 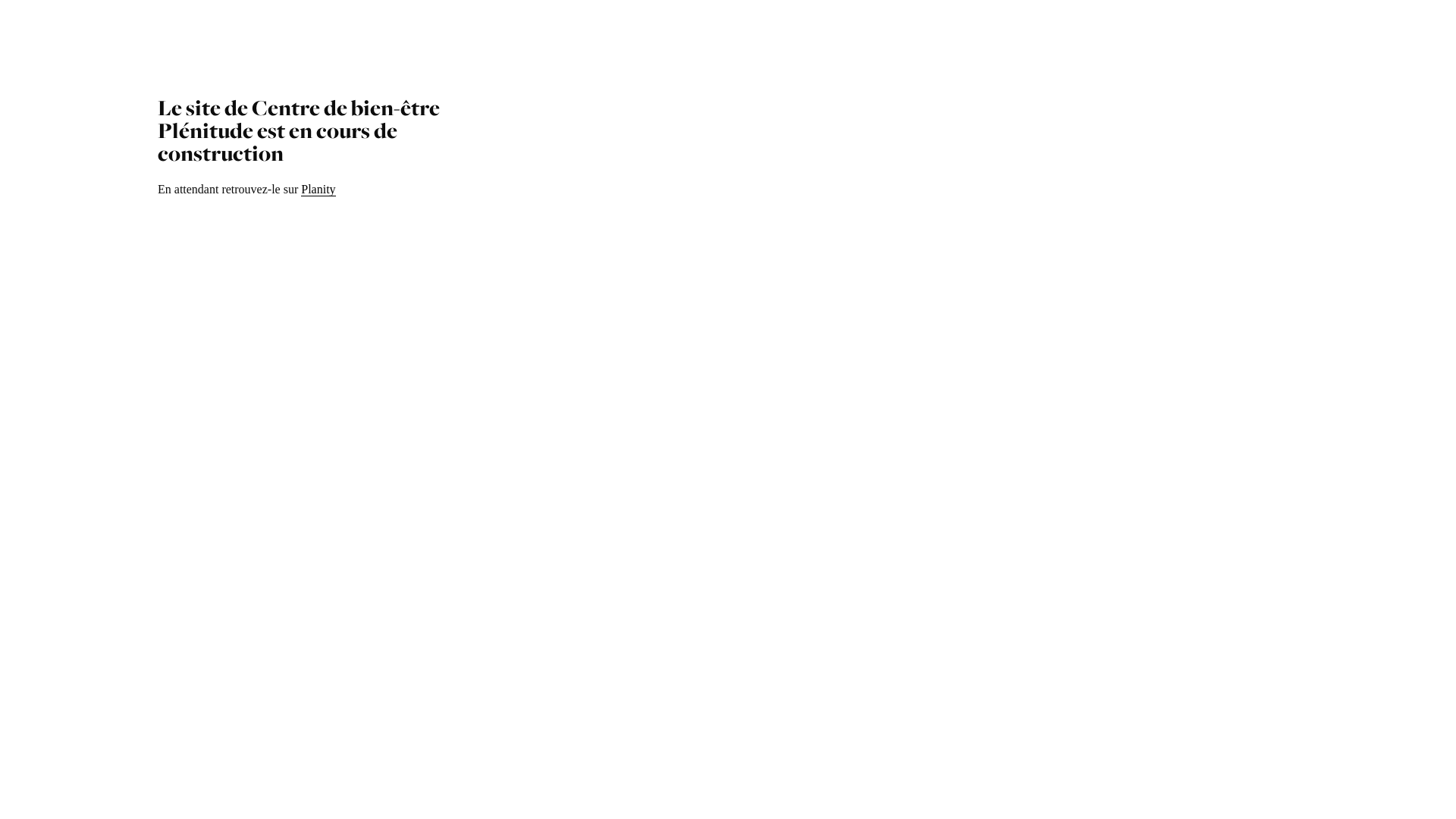 What do you see at coordinates (317, 189) in the screenshot?
I see `'Planity'` at bounding box center [317, 189].